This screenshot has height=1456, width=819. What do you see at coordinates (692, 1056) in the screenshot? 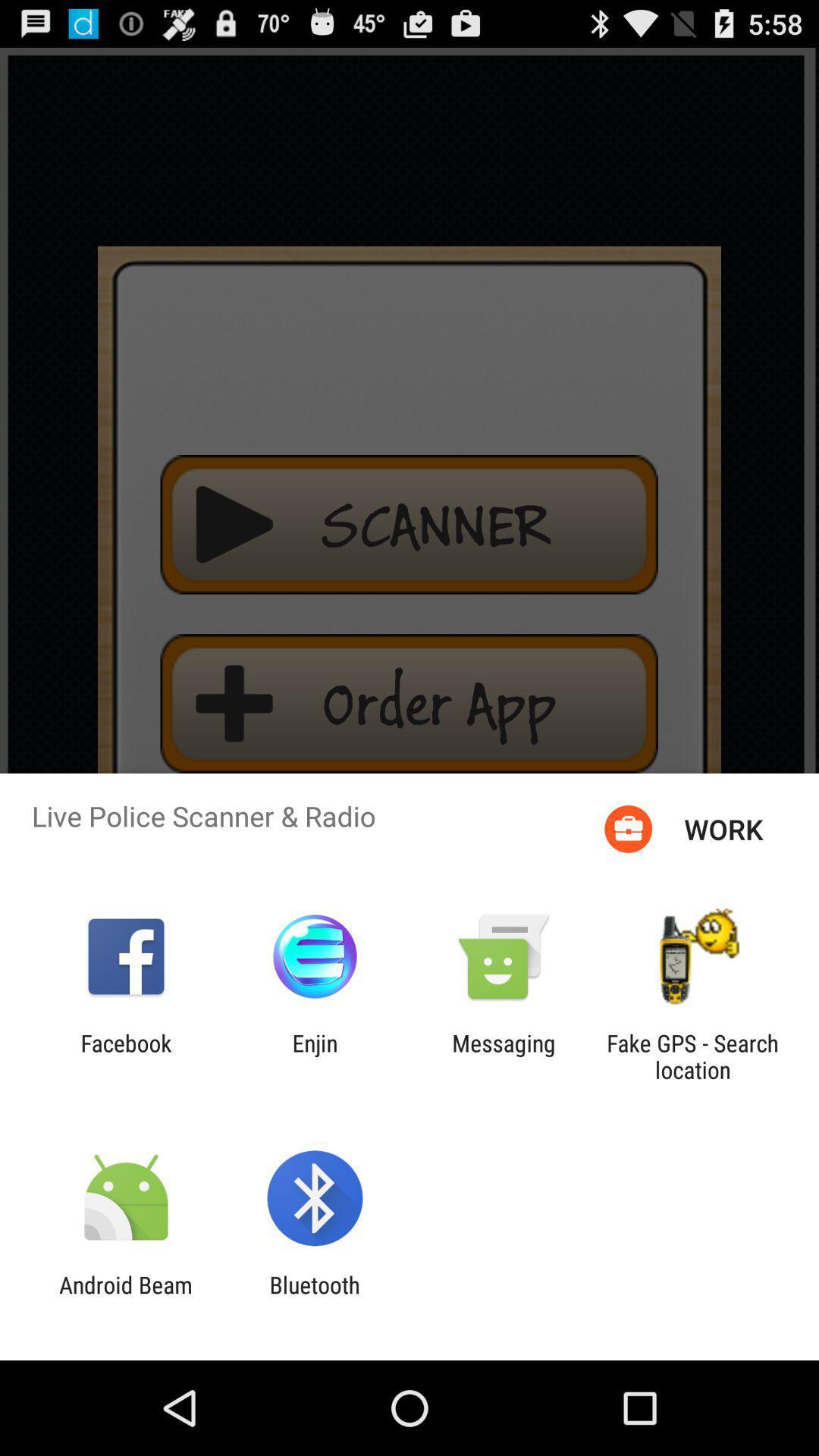
I see `app next to messaging` at bounding box center [692, 1056].